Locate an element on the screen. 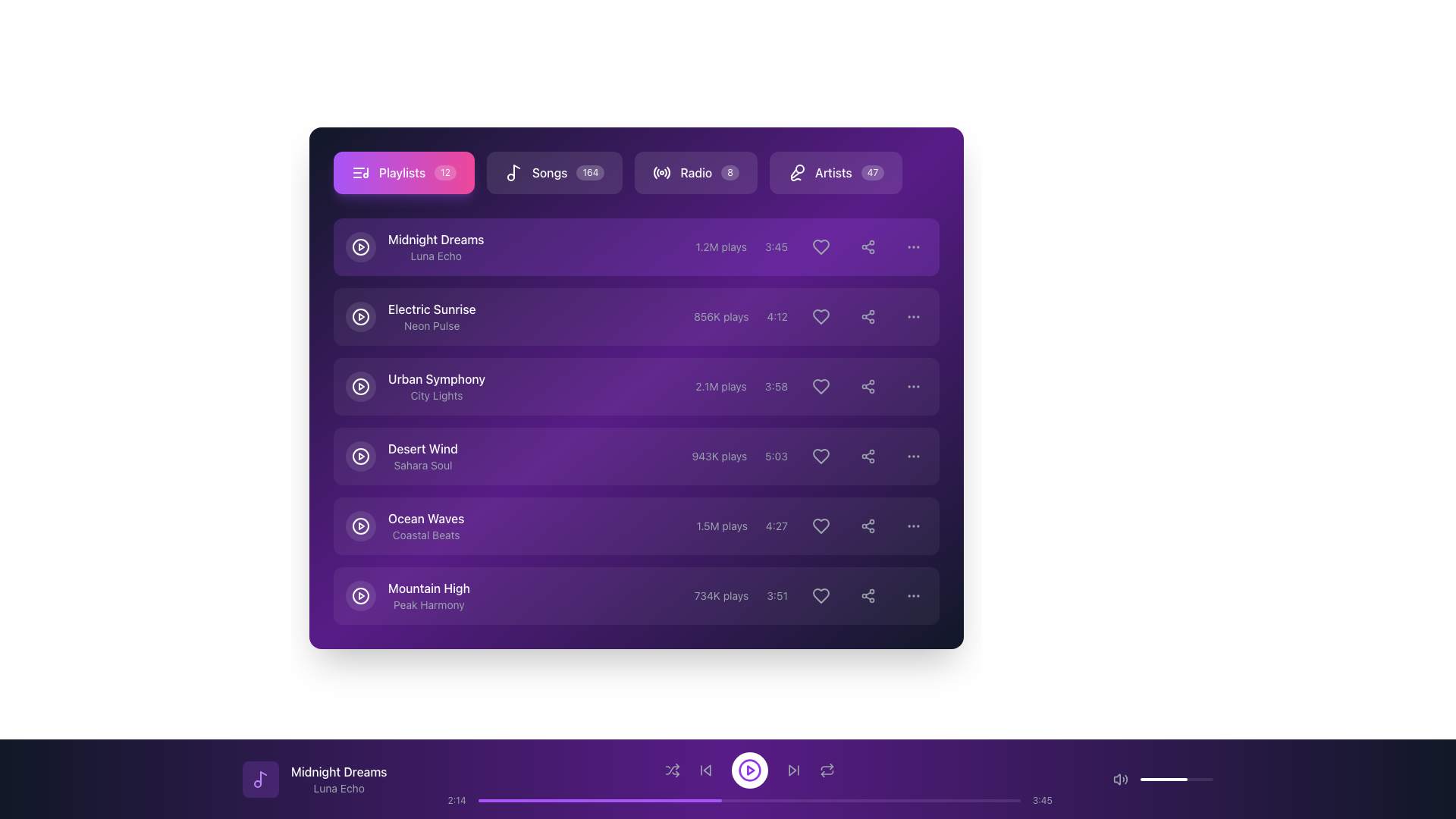 The image size is (1456, 819). the Text label displaying the artist or contributor name associated with the currently playing track, positioned in the footer section beneath 'Midnight Dreams.' is located at coordinates (338, 788).